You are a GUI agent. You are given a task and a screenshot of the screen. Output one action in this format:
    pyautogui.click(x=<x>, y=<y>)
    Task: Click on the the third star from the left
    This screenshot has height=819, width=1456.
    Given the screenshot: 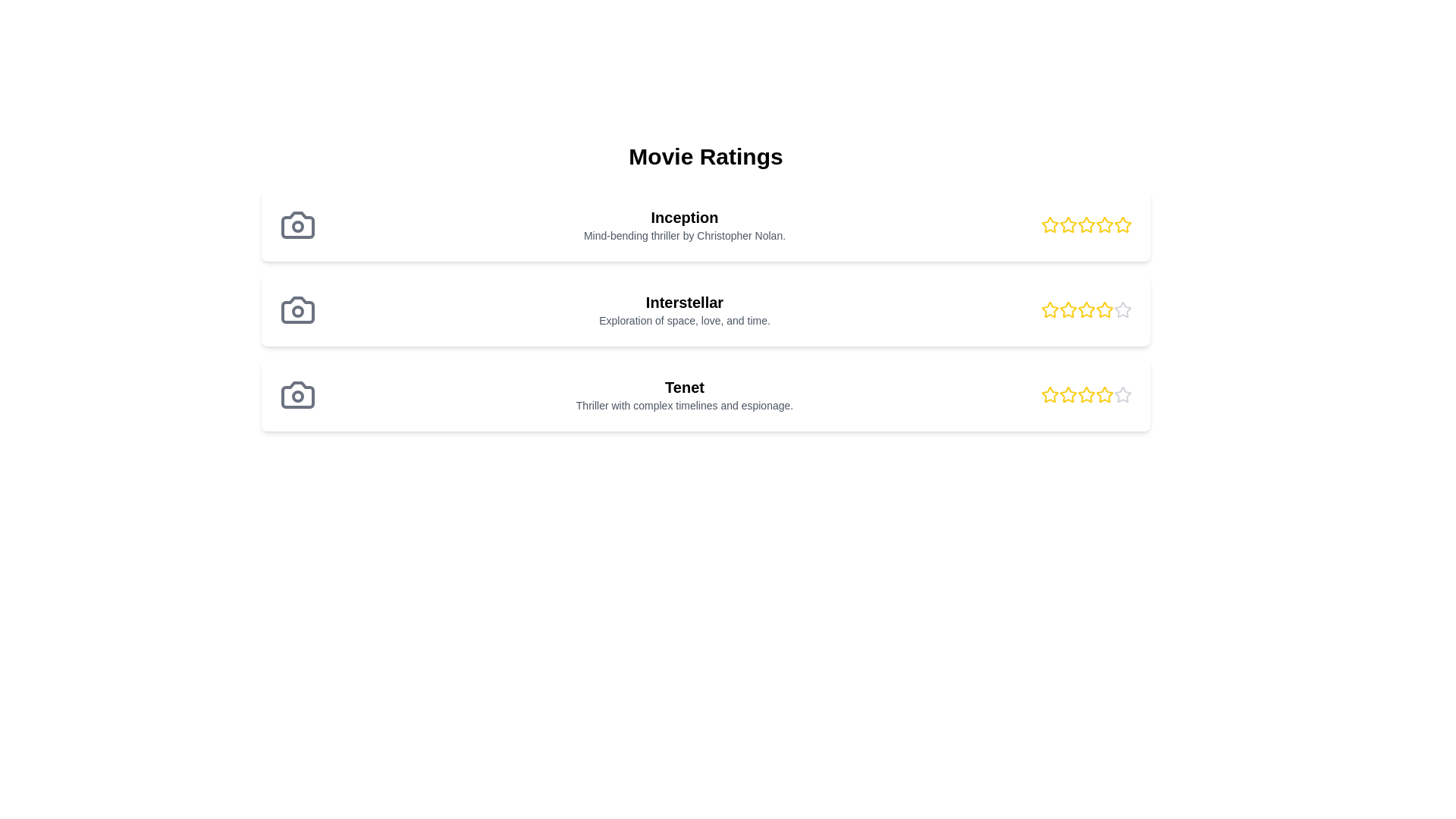 What is the action you would take?
    pyautogui.click(x=1105, y=309)
    